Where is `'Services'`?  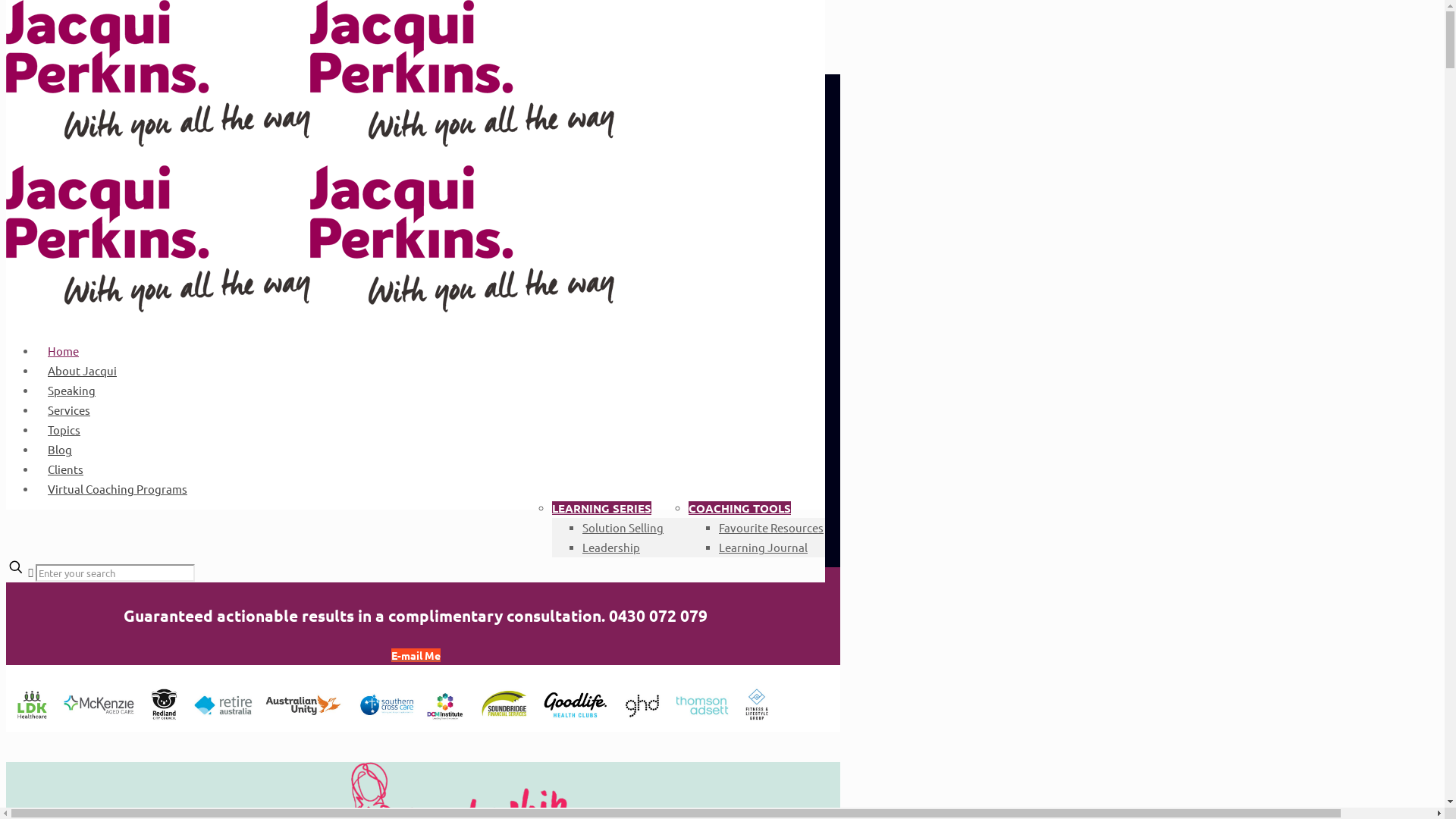
'Services' is located at coordinates (68, 409).